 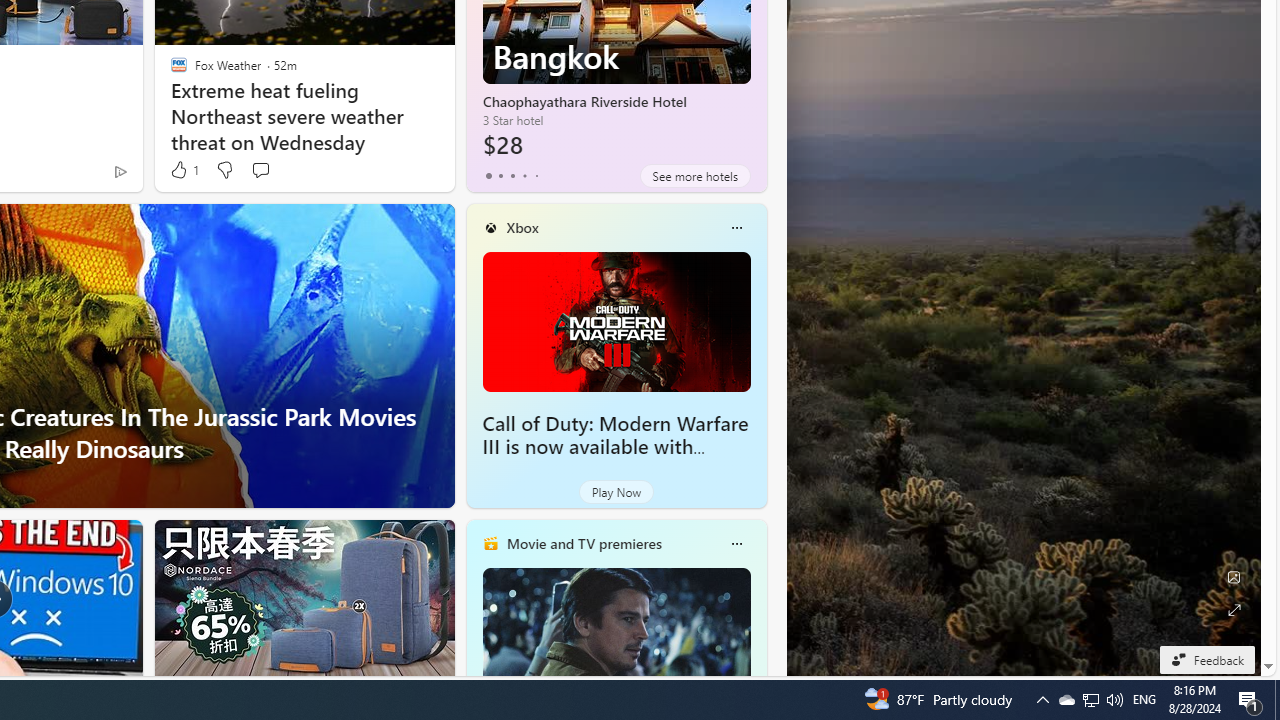 What do you see at coordinates (522, 226) in the screenshot?
I see `'Xbox'` at bounding box center [522, 226].